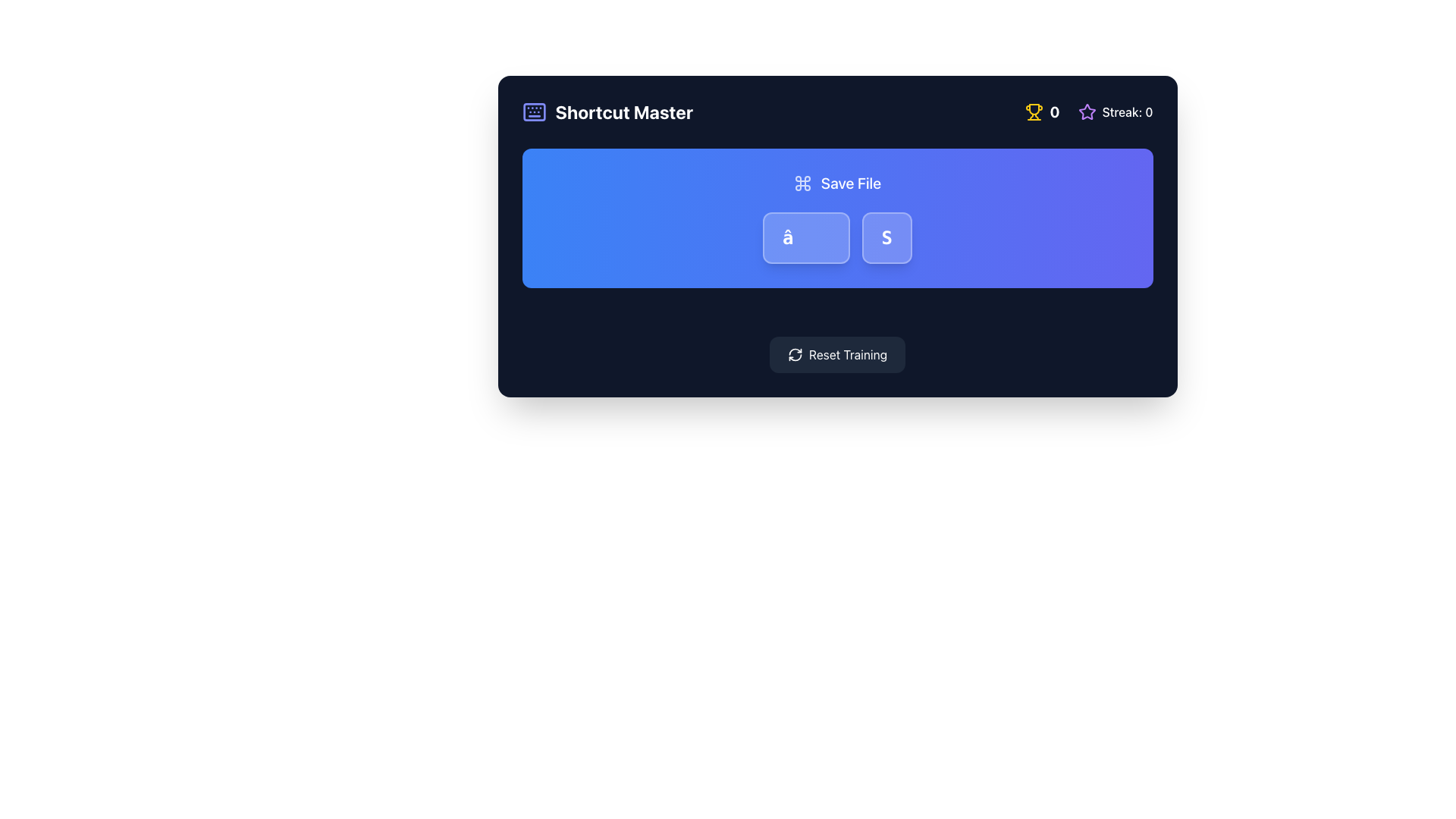 Image resolution: width=1456 pixels, height=819 pixels. What do you see at coordinates (1054, 111) in the screenshot?
I see `the numeric text '0' displayed in bold white font located at the top right corner of the UI, adjacent to a trophy icon` at bounding box center [1054, 111].